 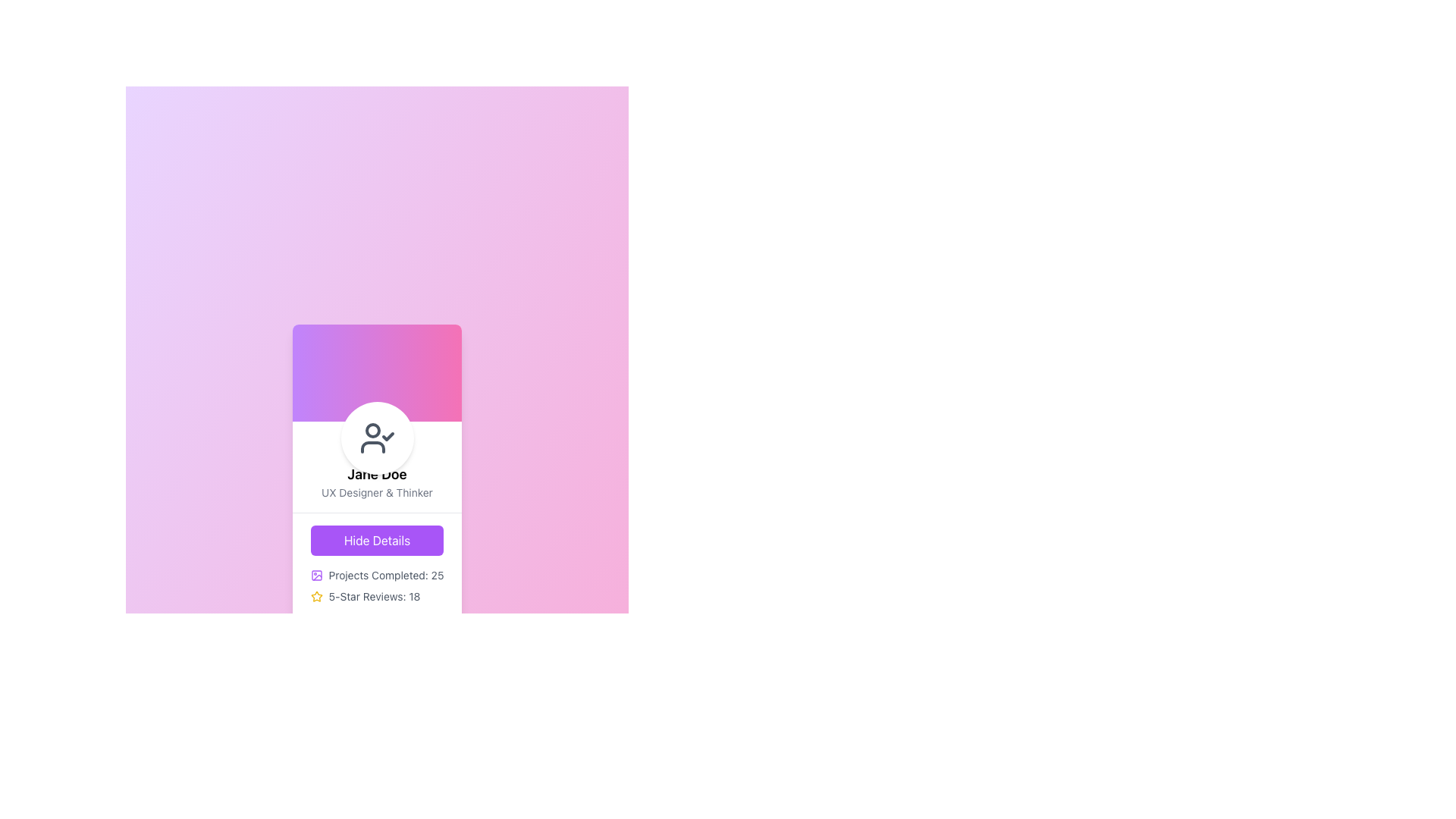 I want to click on the 'Hide Details' button with a purple background and white text, so click(x=377, y=539).